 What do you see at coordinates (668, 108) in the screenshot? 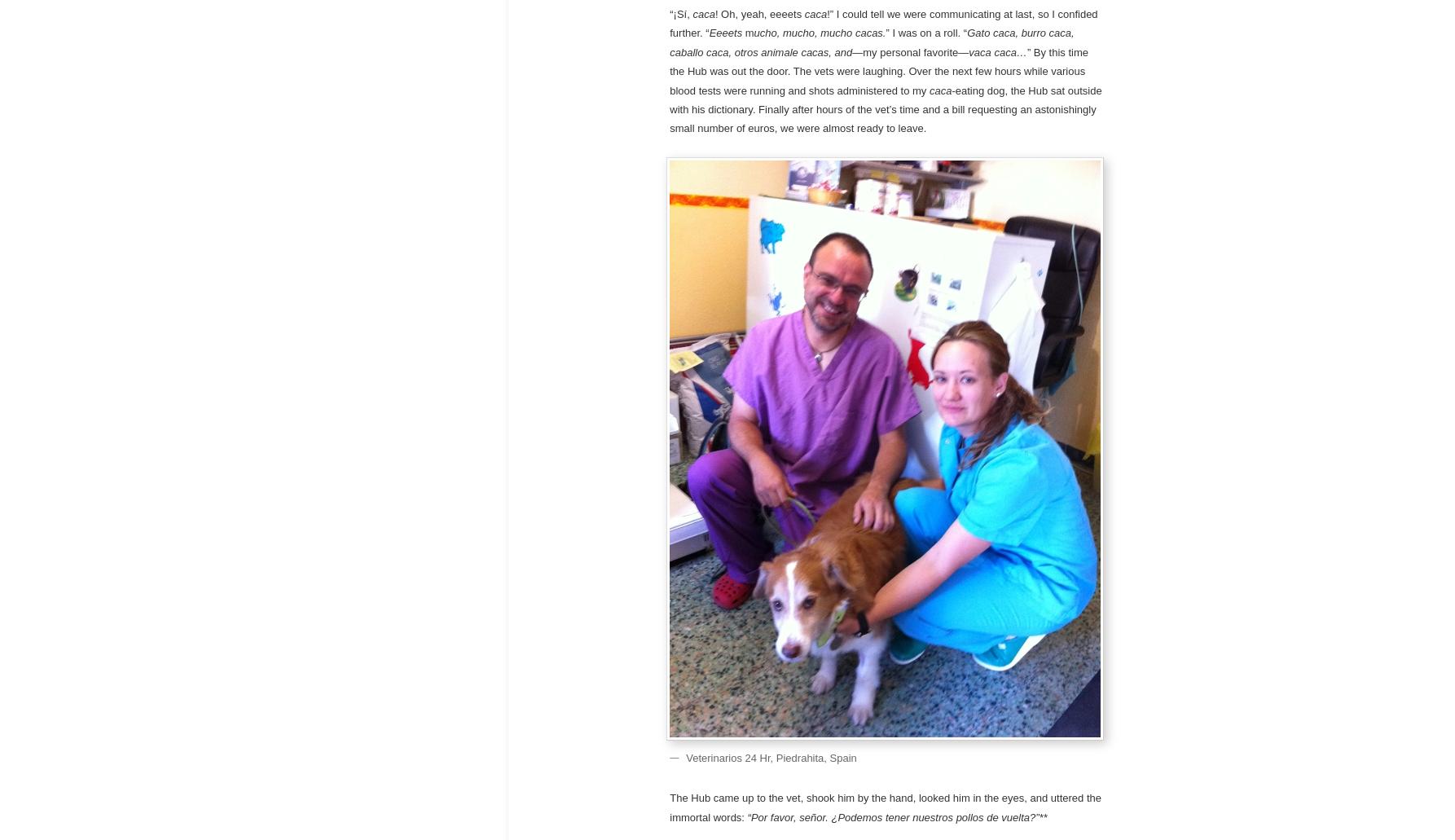
I see `'-eating dog, the Hub sat outside with his dictionary. Finally after hours of the vet’s time and a bill requesting an astonishingly small number of euros, we were almost ready to leave.'` at bounding box center [668, 108].